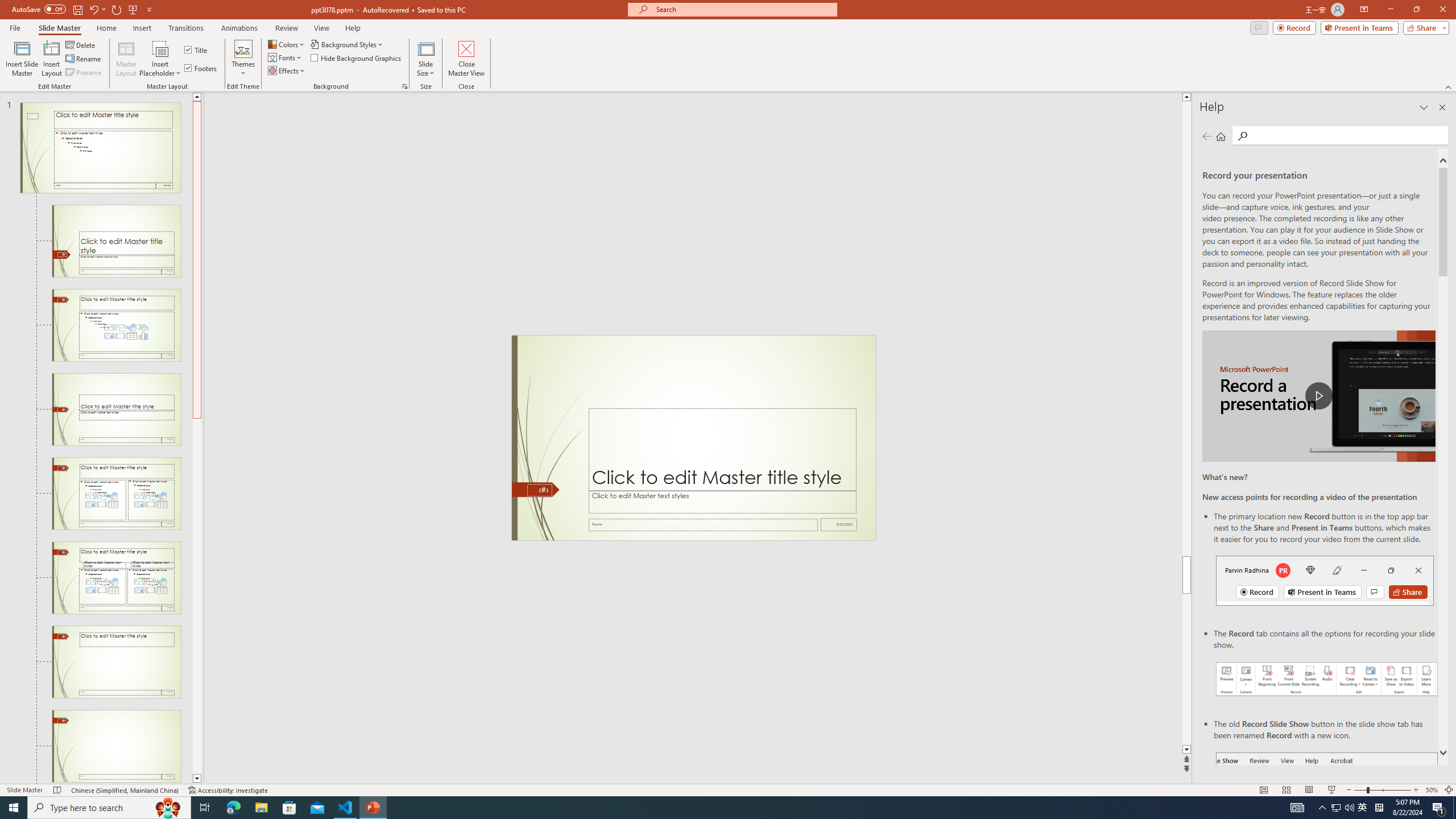  I want to click on 'Close pane', so click(1442, 107).